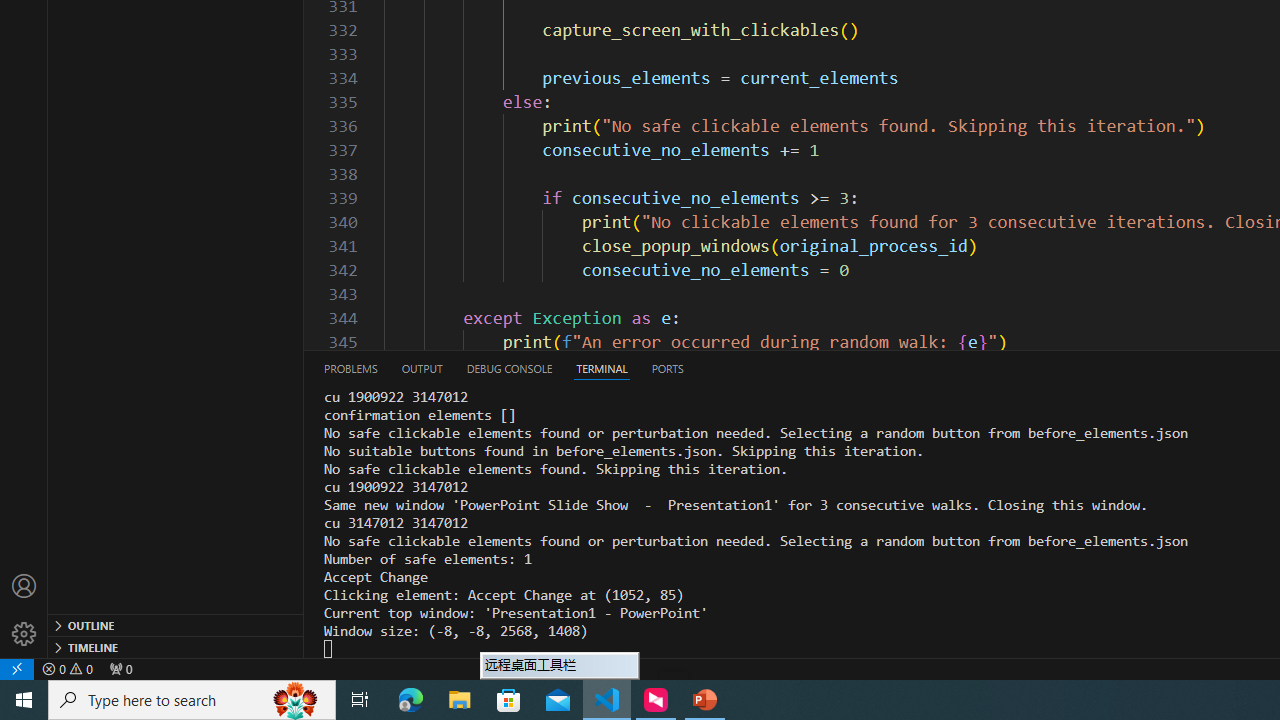 The image size is (1280, 720). Describe the element at coordinates (24, 609) in the screenshot. I see `'Manage'` at that location.